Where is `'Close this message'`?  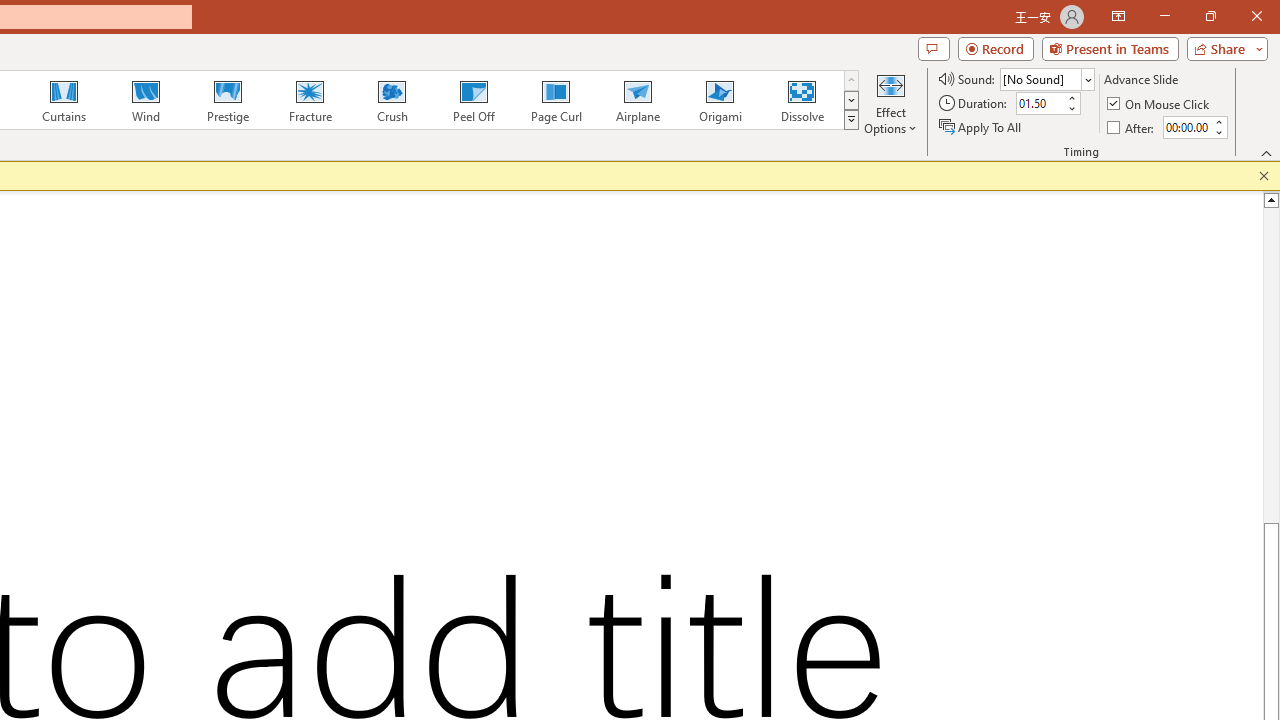 'Close this message' is located at coordinates (1263, 175).